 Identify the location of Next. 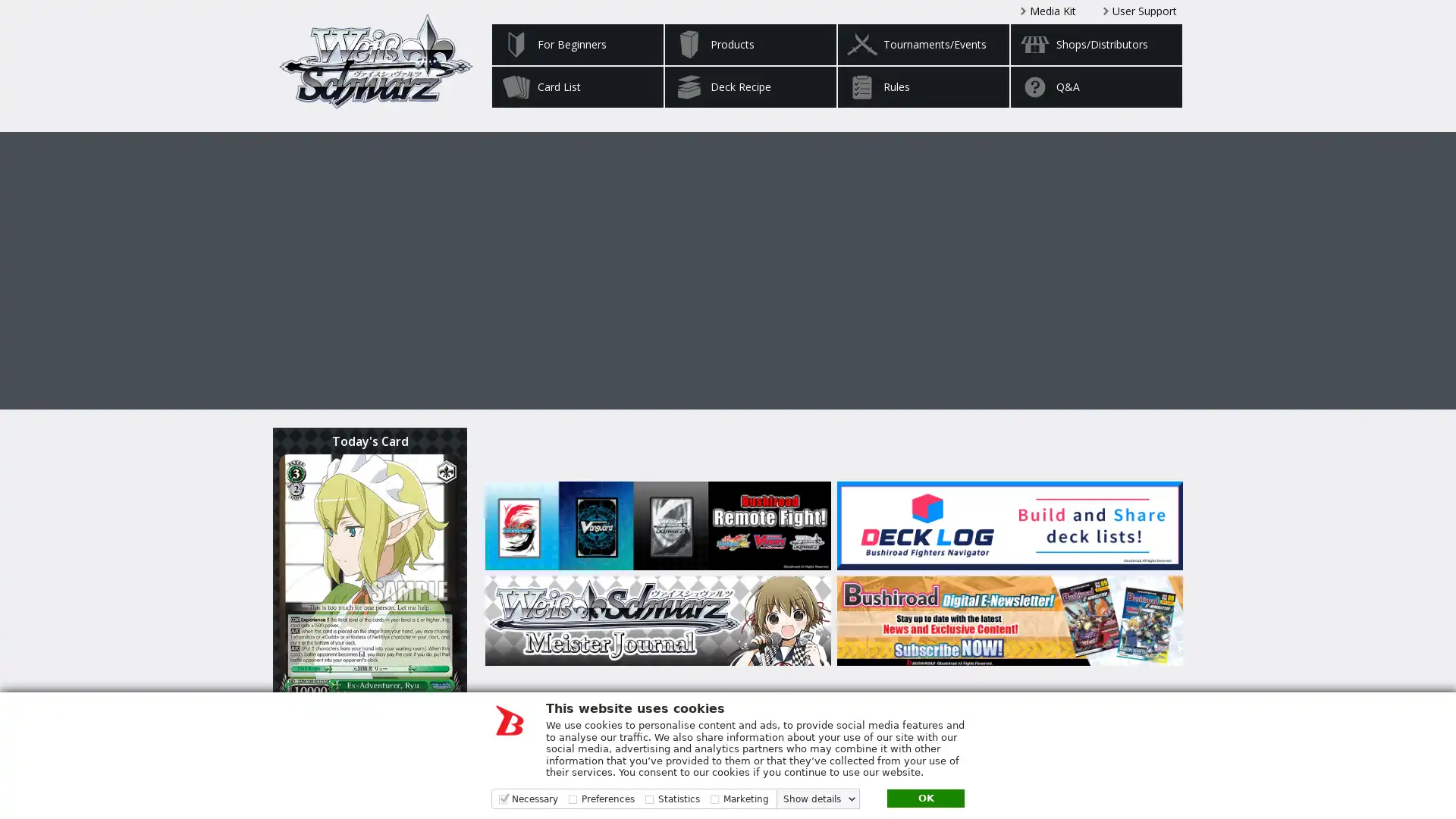
(1004, 260).